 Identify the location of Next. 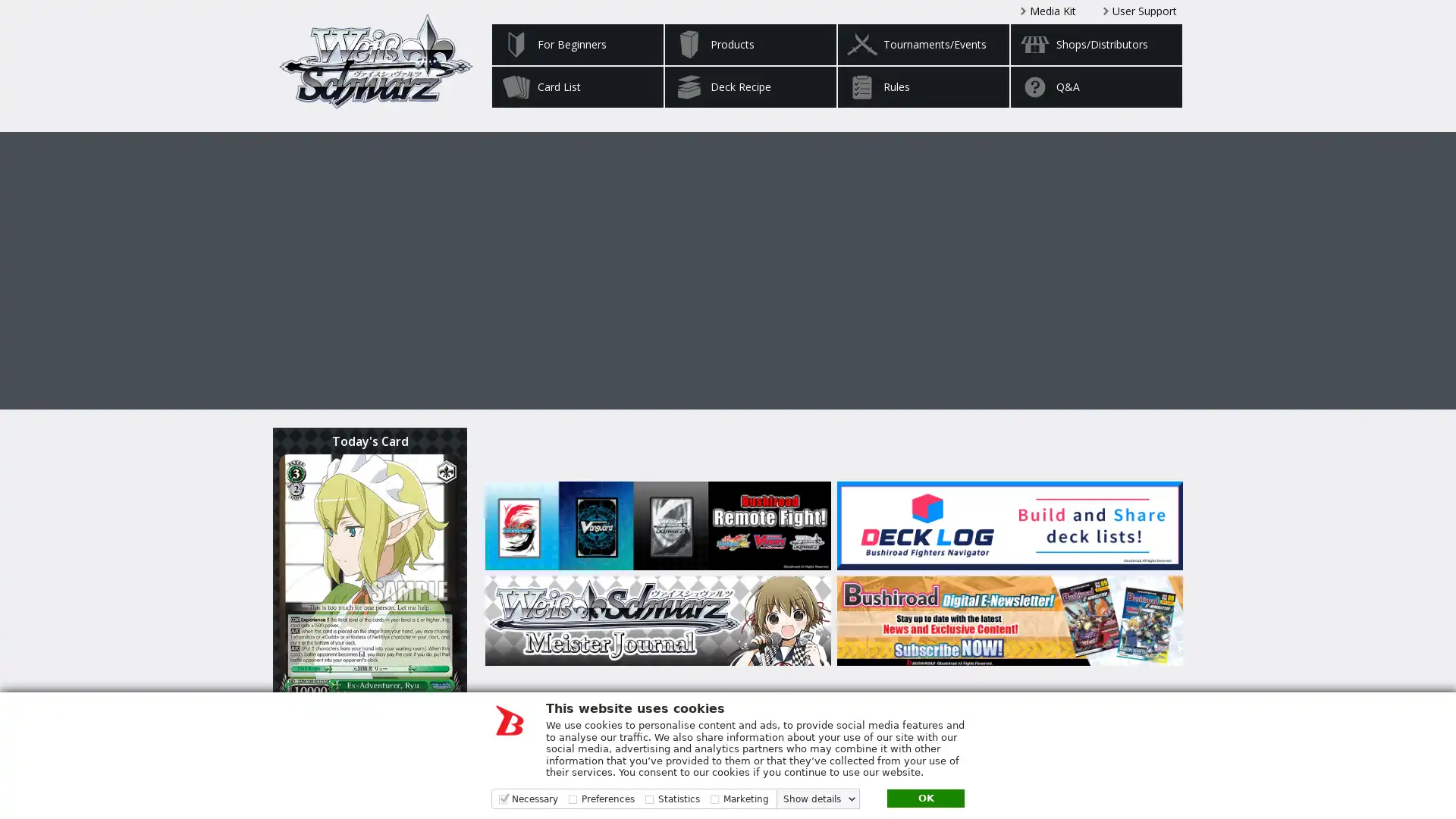
(1004, 260).